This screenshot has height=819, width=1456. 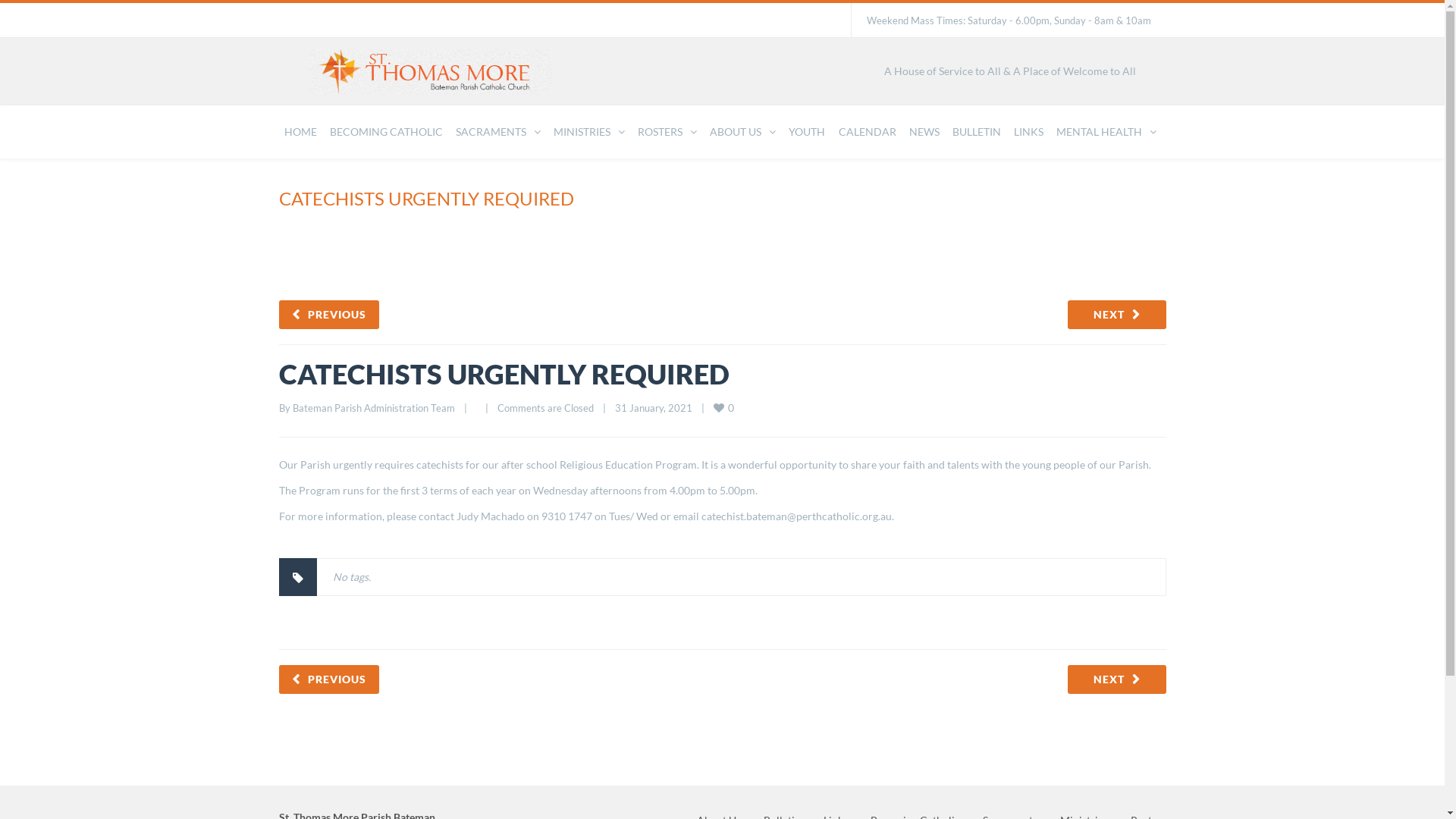 I want to click on 'LINKS', so click(x=1028, y=130).